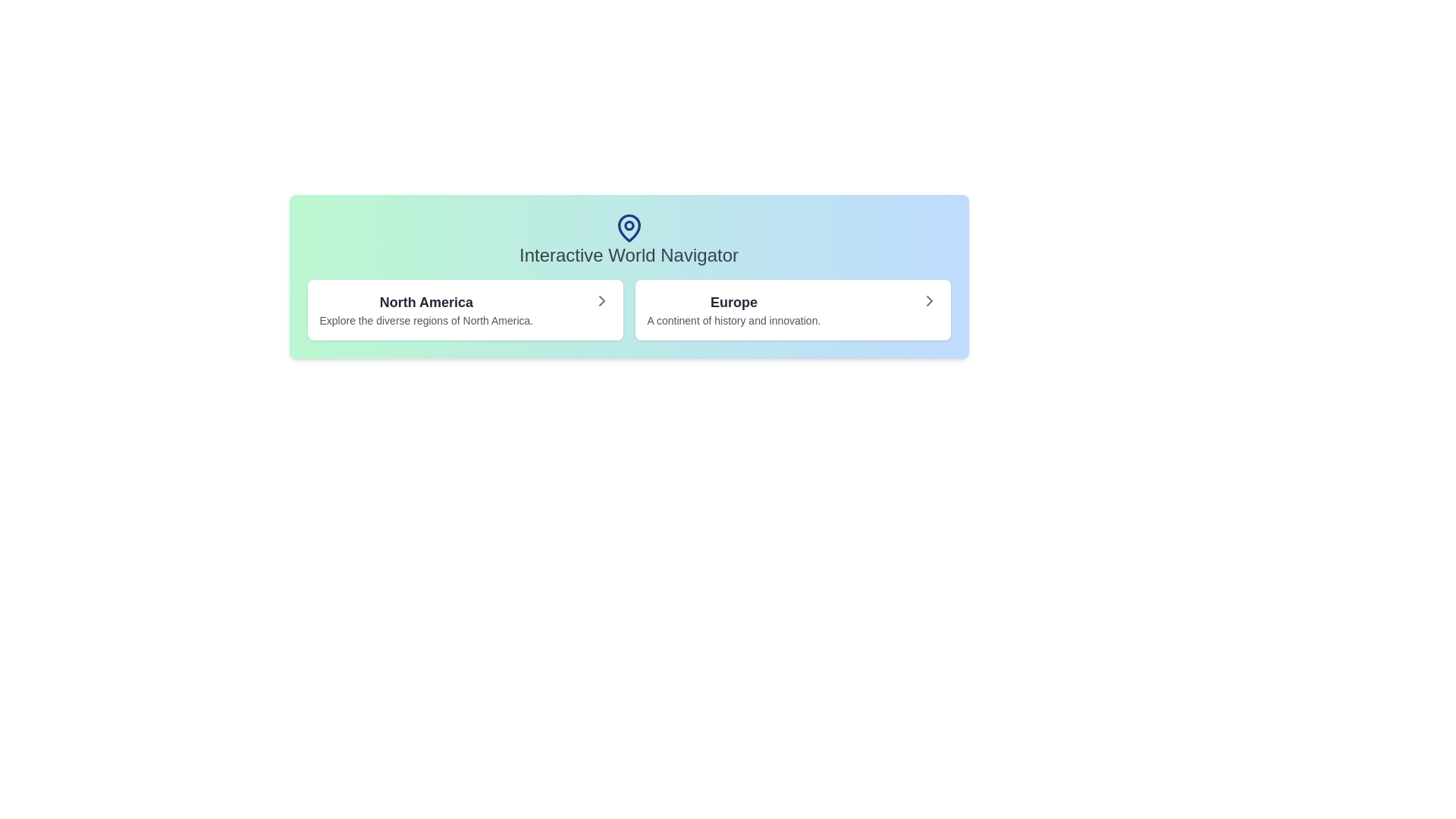  Describe the element at coordinates (928, 301) in the screenshot. I see `the right-facing chevron icon located beside the label 'Europe' within the card` at that location.